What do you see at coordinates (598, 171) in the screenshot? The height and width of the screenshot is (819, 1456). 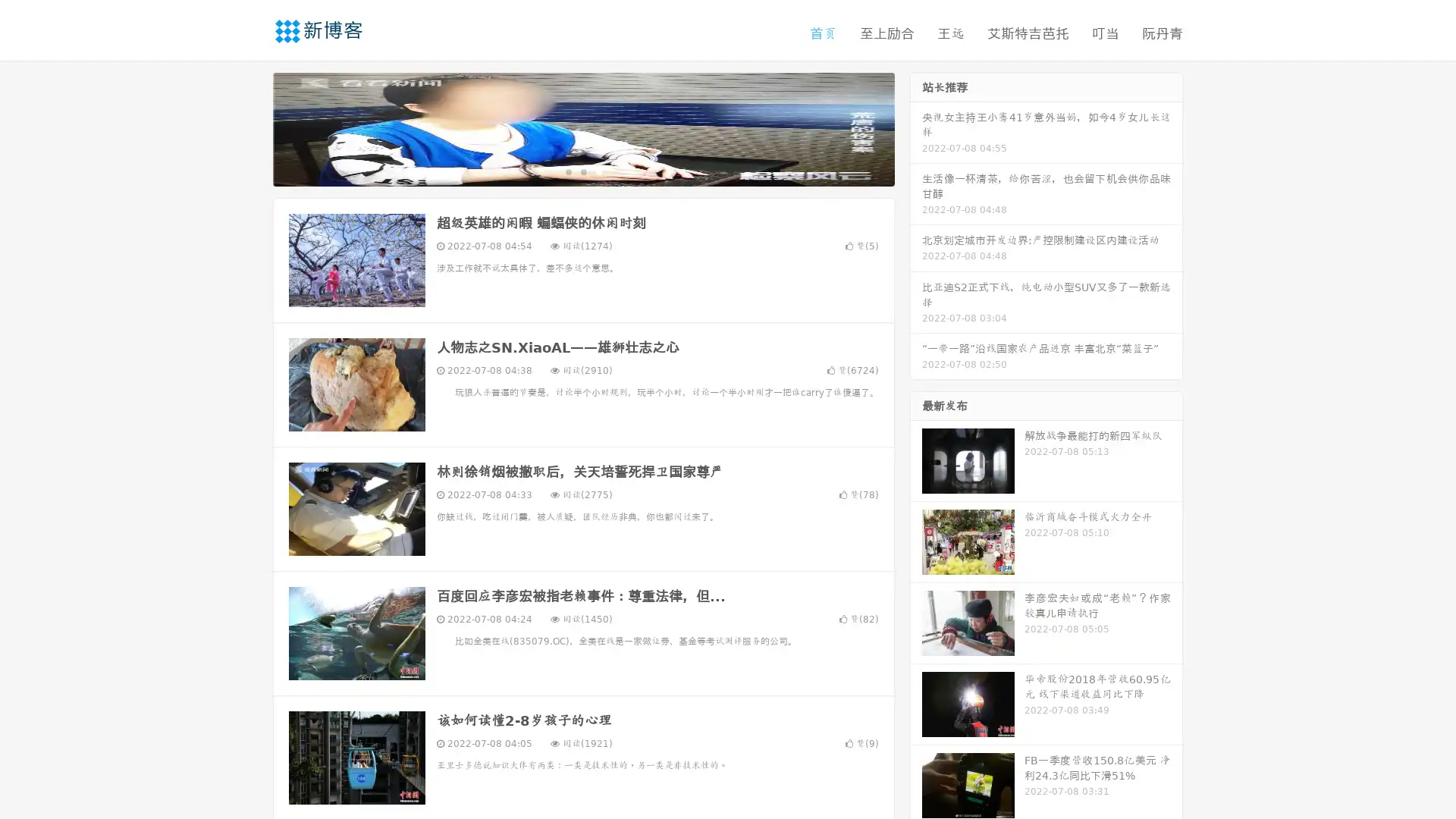 I see `Go to slide 3` at bounding box center [598, 171].